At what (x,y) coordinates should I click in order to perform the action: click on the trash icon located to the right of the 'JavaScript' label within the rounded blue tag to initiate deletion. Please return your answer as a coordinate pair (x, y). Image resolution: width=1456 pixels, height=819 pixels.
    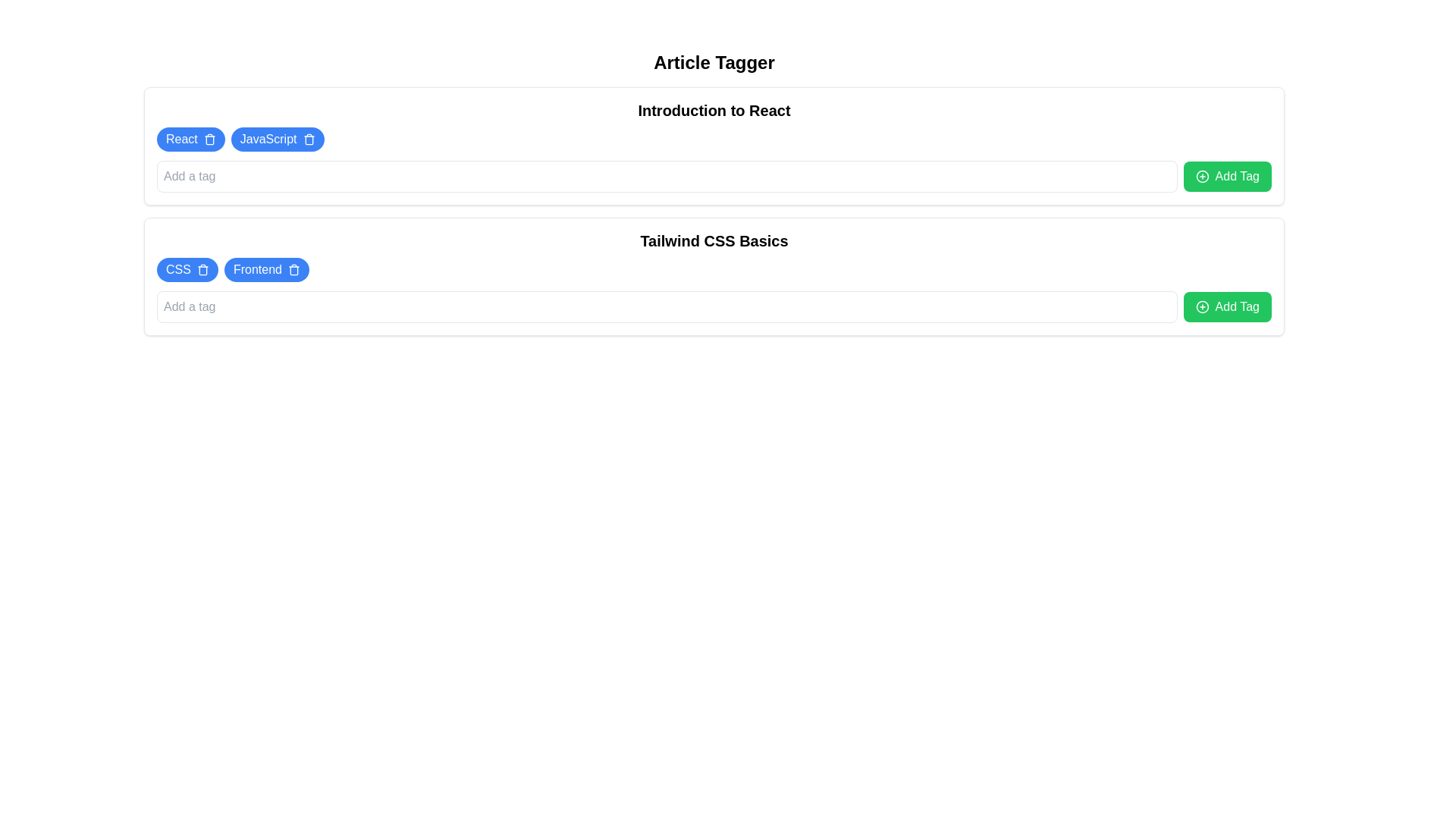
    Looking at the image, I should click on (308, 140).